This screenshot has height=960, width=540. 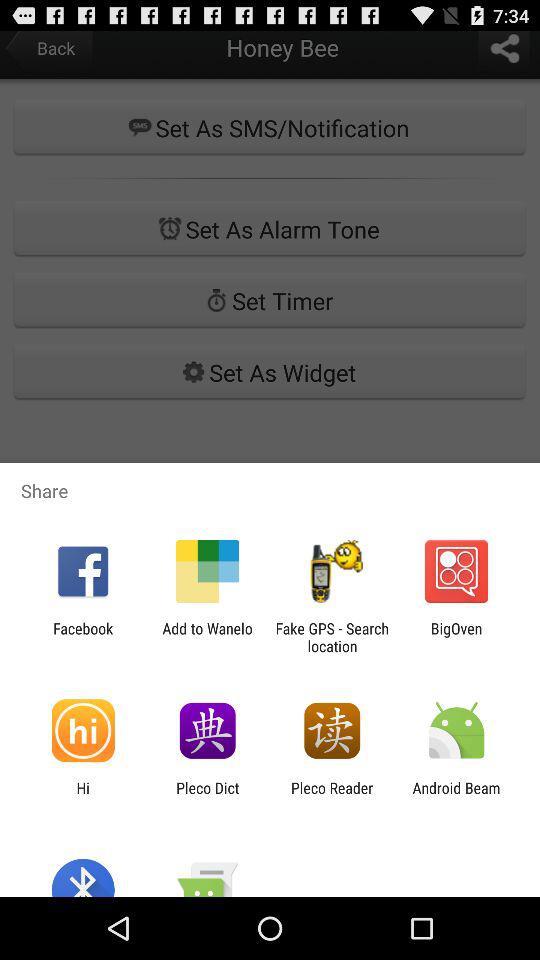 What do you see at coordinates (332, 636) in the screenshot?
I see `the item next to the add to wanelo item` at bounding box center [332, 636].